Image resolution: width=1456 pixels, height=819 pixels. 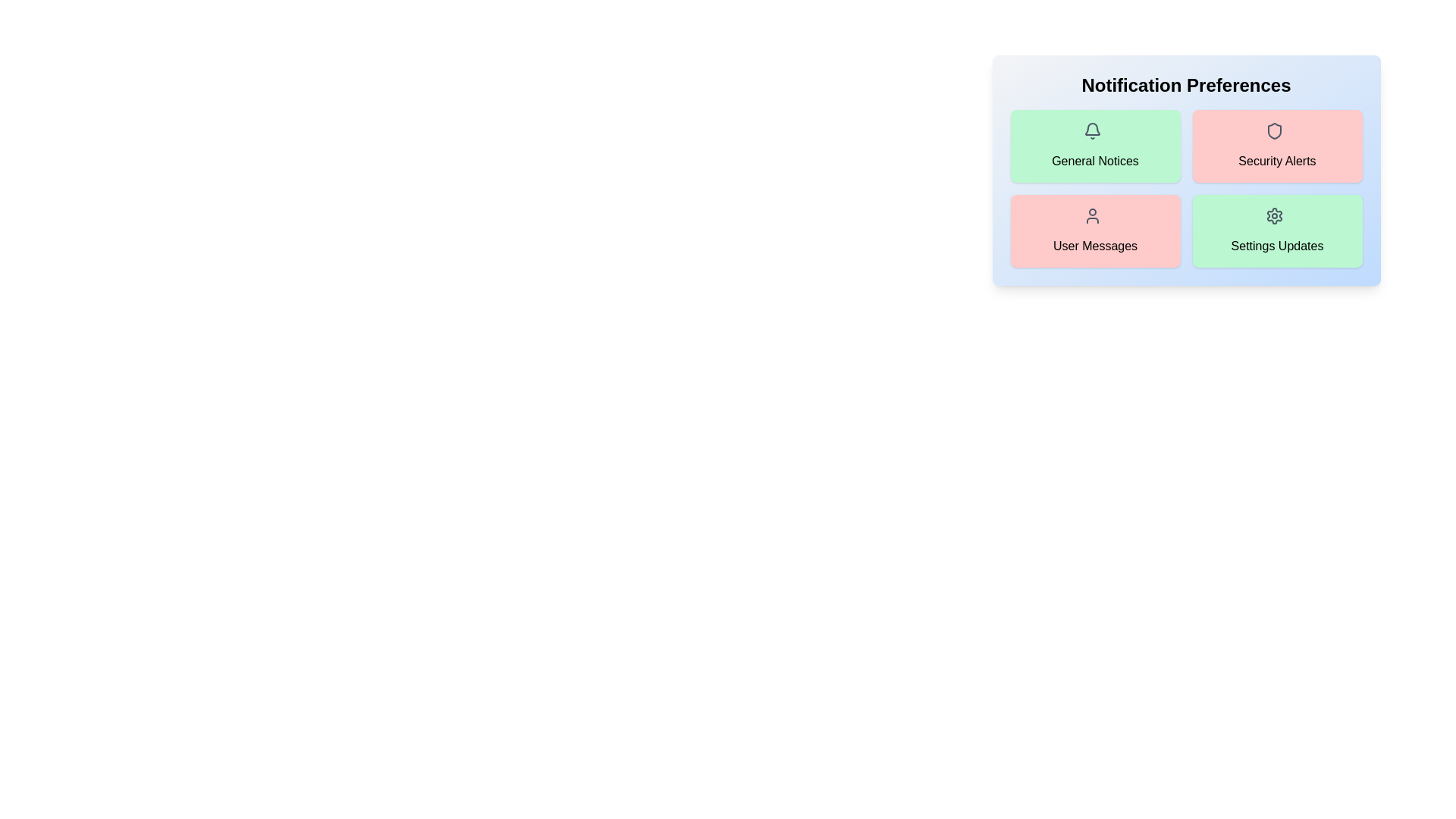 I want to click on the icon for User Messages notification, so click(x=1095, y=219).